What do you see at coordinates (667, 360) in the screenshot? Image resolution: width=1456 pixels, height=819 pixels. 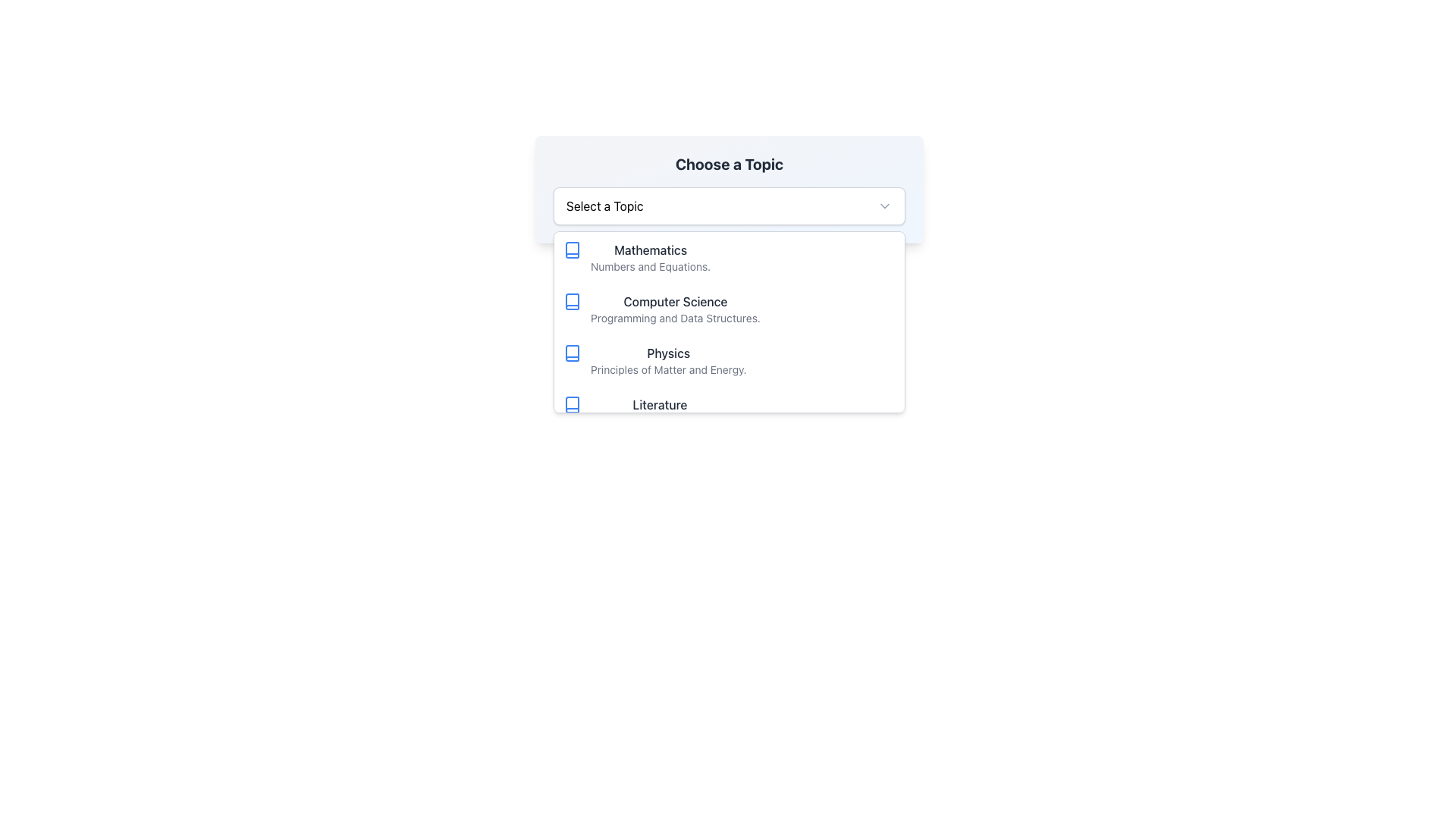 I see `to select the 'Physics' topic from the dropdown menu, which displays the text 'Physics' in bold with a description underneath` at bounding box center [667, 360].